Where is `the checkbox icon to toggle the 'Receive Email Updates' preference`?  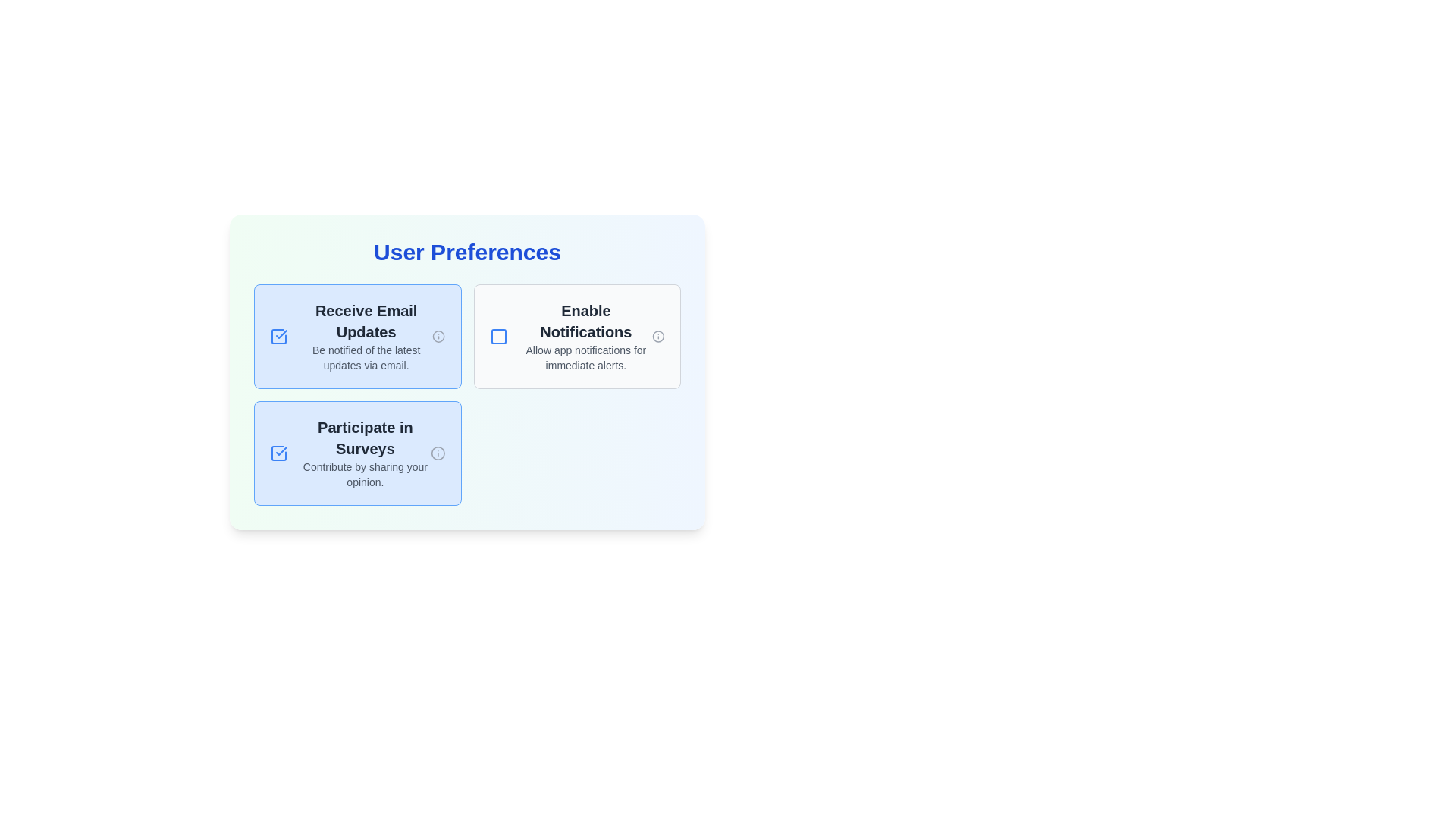
the checkbox icon to toggle the 'Receive Email Updates' preference is located at coordinates (279, 335).